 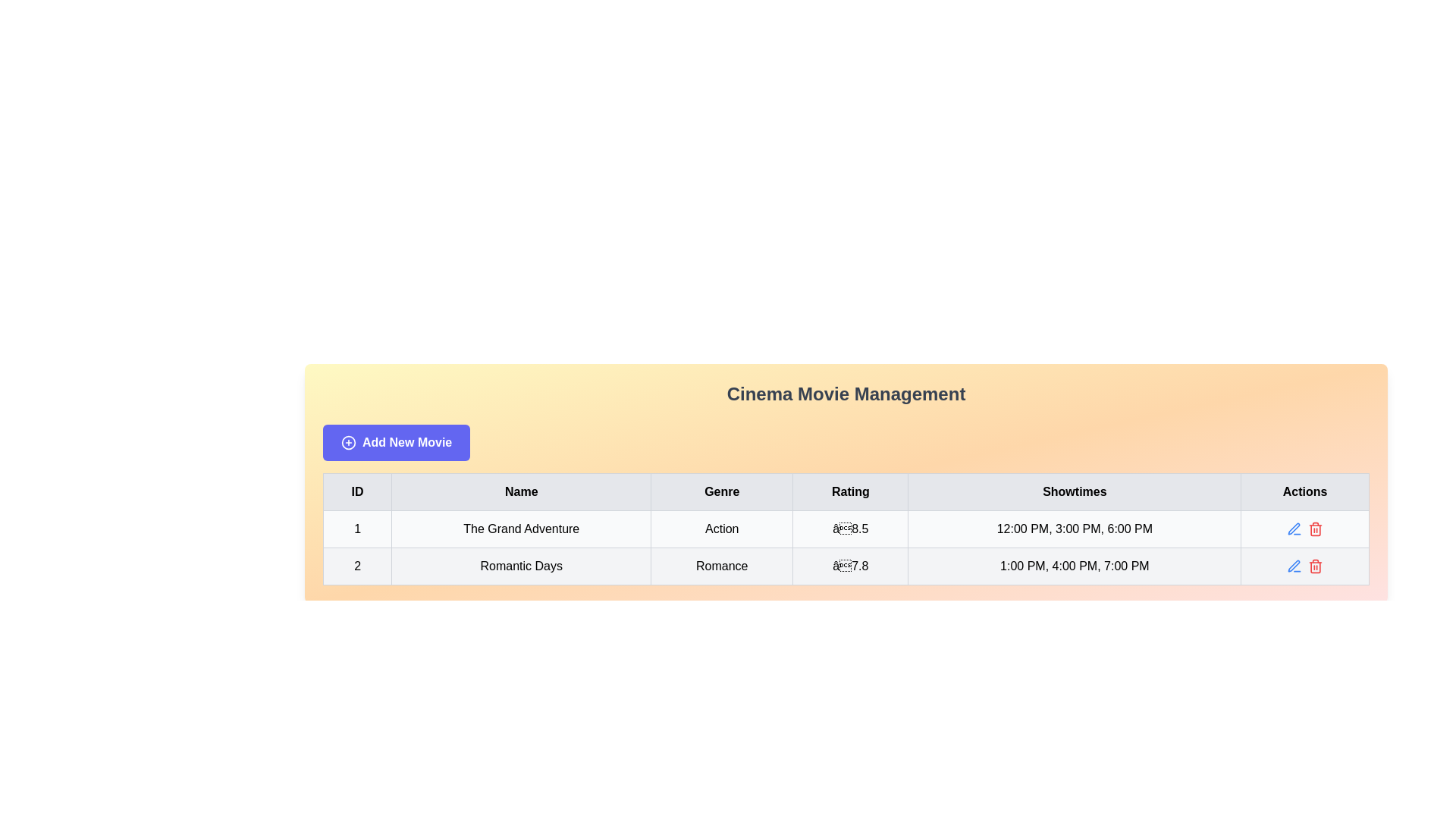 What do you see at coordinates (1314, 566) in the screenshot?
I see `the red trash can icon button located in the 'Actions' column of the second row in the data table` at bounding box center [1314, 566].